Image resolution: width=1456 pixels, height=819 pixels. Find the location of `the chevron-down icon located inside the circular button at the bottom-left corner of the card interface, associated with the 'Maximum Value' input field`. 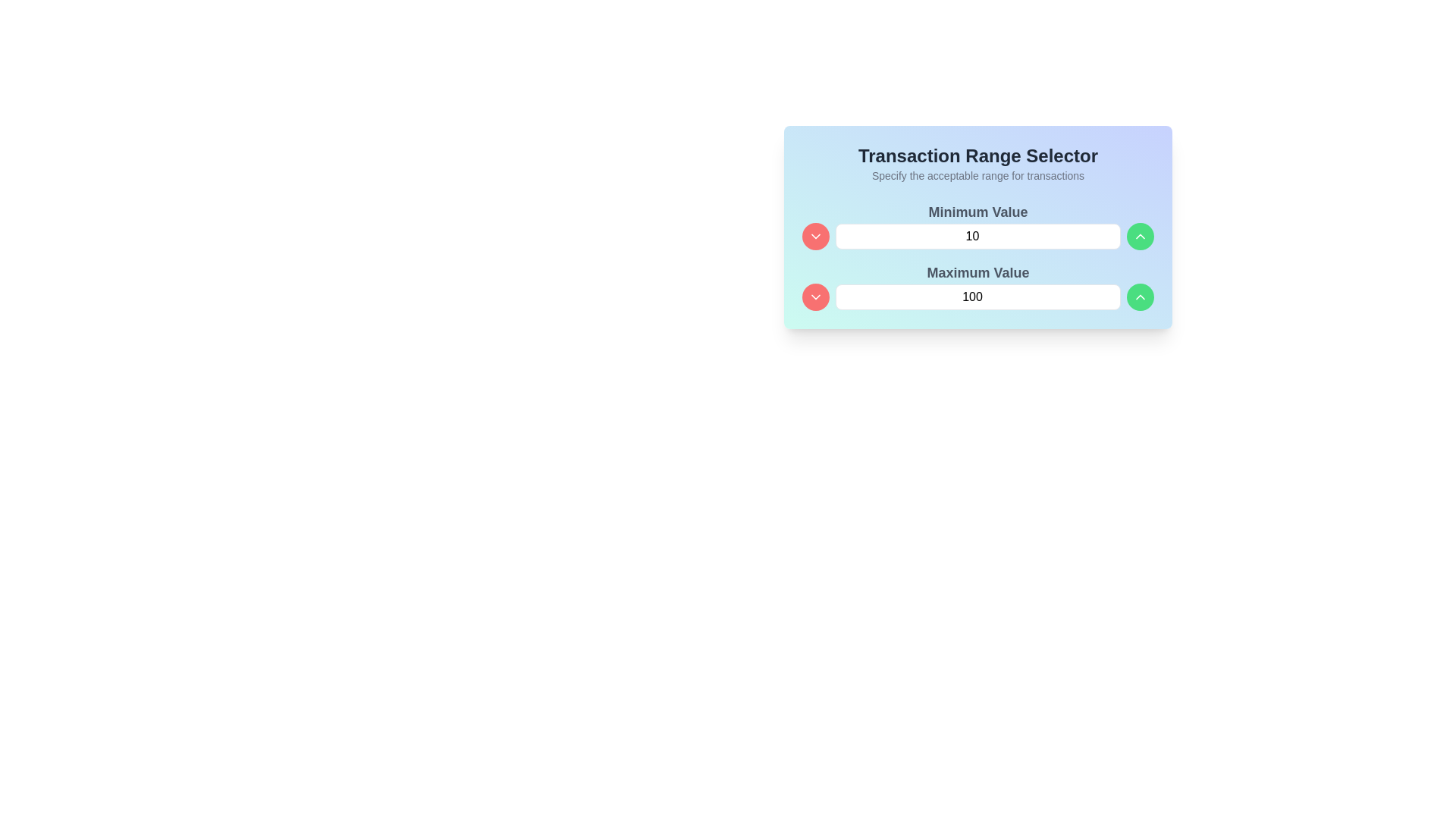

the chevron-down icon located inside the circular button at the bottom-left corner of the card interface, associated with the 'Maximum Value' input field is located at coordinates (814, 237).